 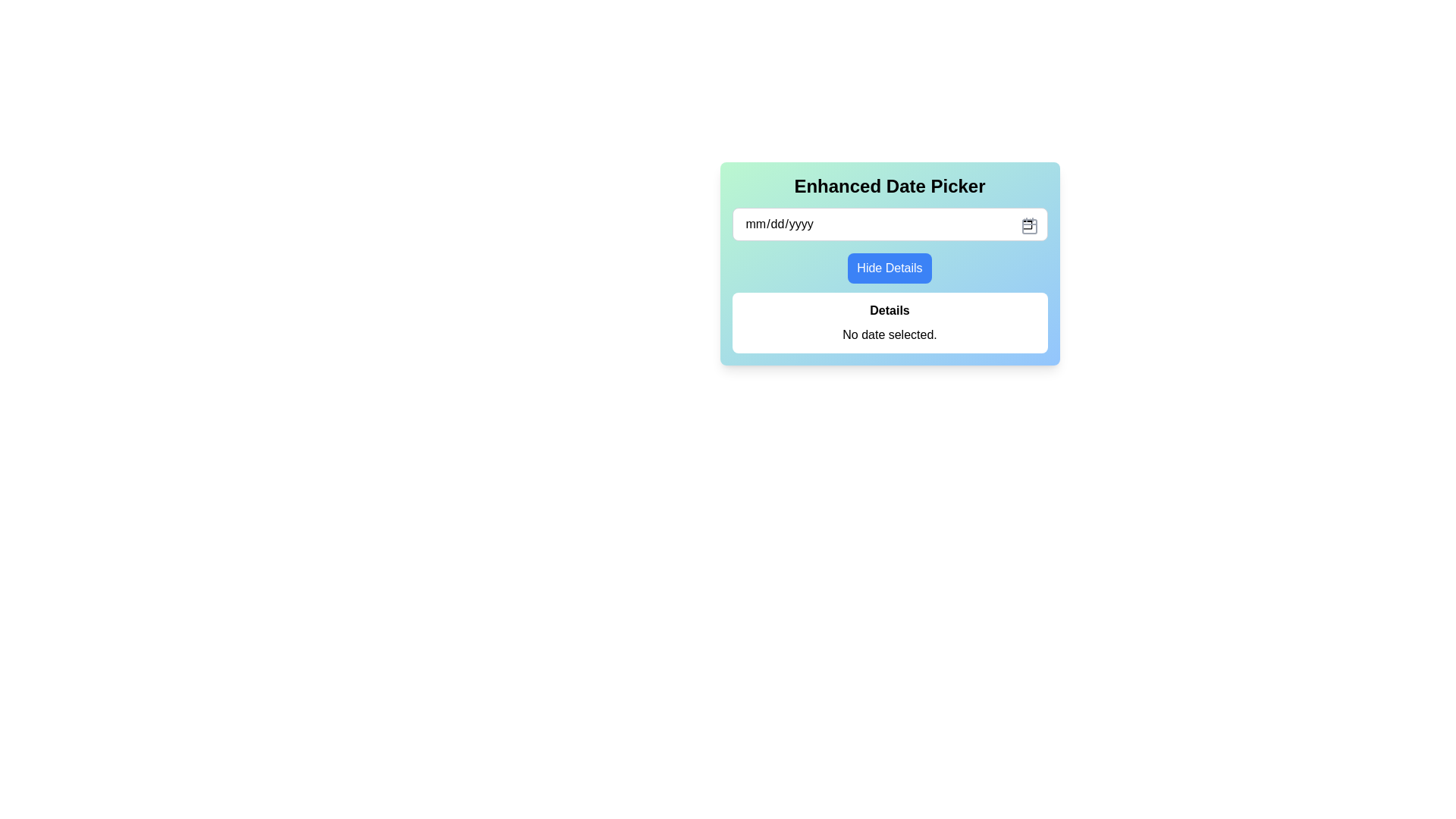 What do you see at coordinates (1029, 227) in the screenshot?
I see `the black rectangular SVG shape located in the top-right corner of the modal, which is part of the calendar icon aligned with the 'mm/dd/yyyy' input field` at bounding box center [1029, 227].